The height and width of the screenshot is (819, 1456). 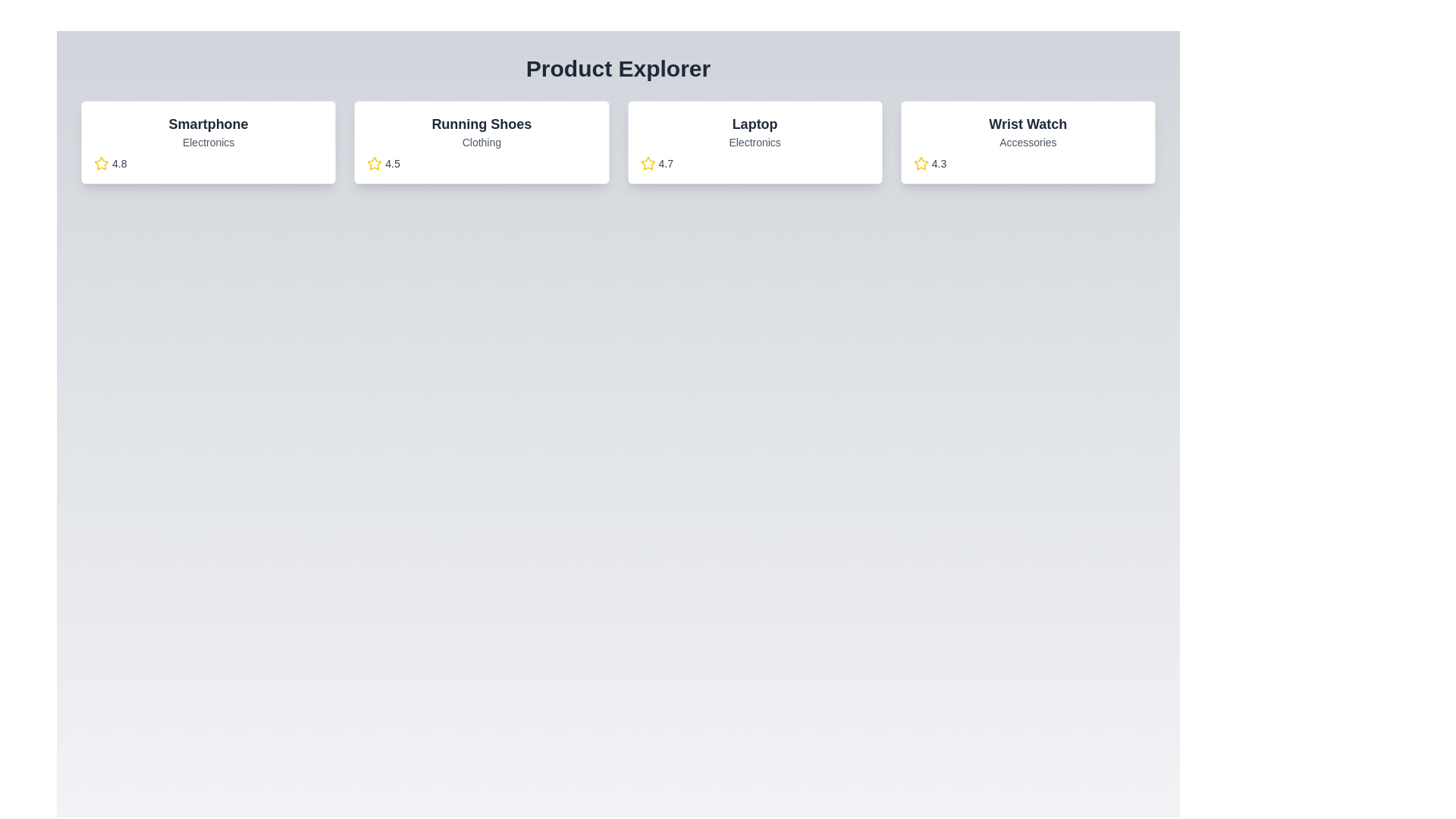 What do you see at coordinates (208, 143) in the screenshot?
I see `the 'Smartphone' clickable card located in the top-left corner of the grid structure, which features a white background, a bold 'Smartphone' text, and a yellow star icon with a rating of '4.8'` at bounding box center [208, 143].